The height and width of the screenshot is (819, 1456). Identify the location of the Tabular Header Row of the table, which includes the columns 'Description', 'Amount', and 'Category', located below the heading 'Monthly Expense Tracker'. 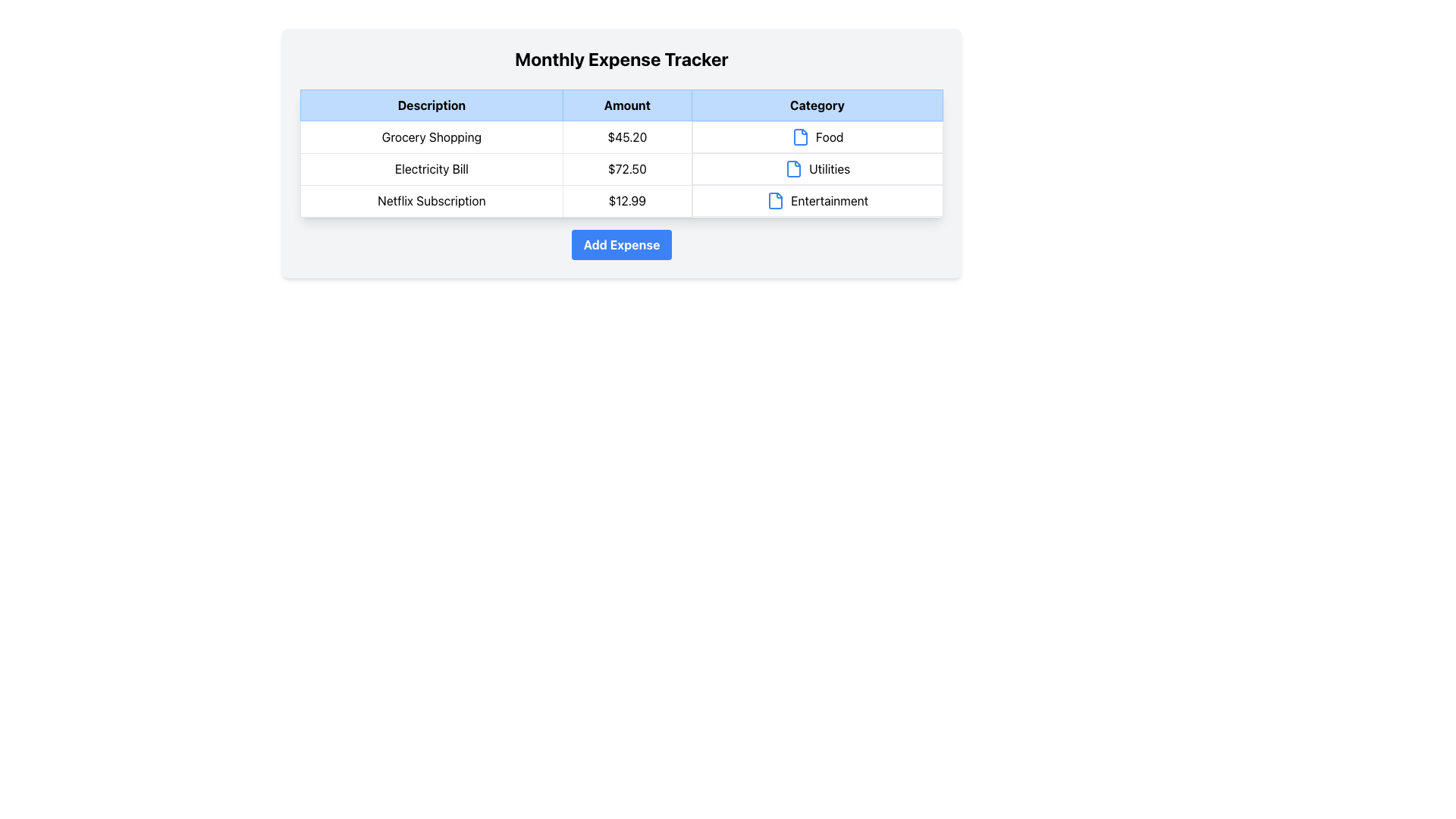
(622, 104).